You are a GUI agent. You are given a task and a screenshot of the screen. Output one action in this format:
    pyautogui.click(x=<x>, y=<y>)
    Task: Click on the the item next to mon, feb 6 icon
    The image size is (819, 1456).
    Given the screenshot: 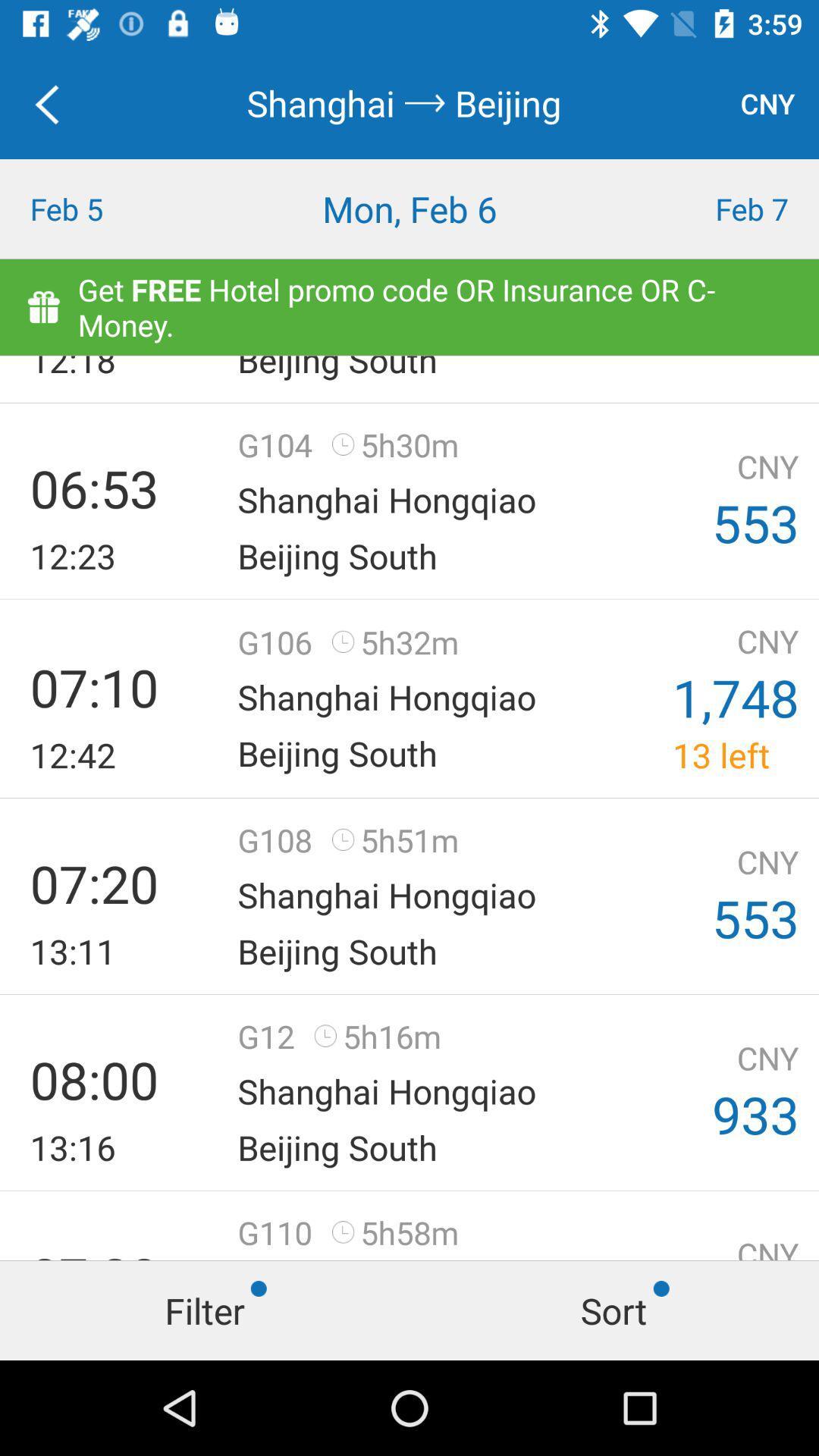 What is the action you would take?
    pyautogui.click(x=102, y=208)
    